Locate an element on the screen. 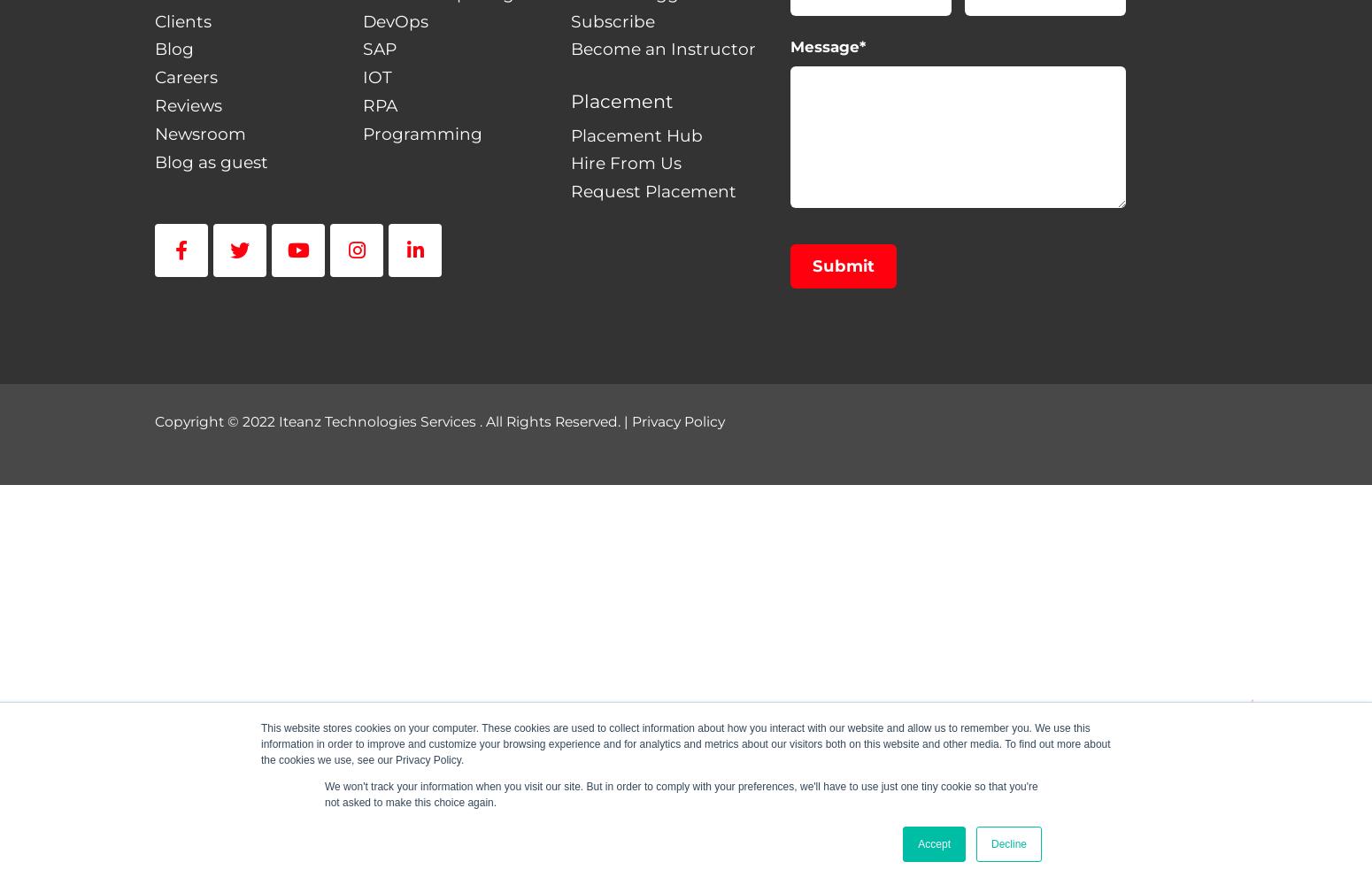  'Programming' is located at coordinates (420, 133).